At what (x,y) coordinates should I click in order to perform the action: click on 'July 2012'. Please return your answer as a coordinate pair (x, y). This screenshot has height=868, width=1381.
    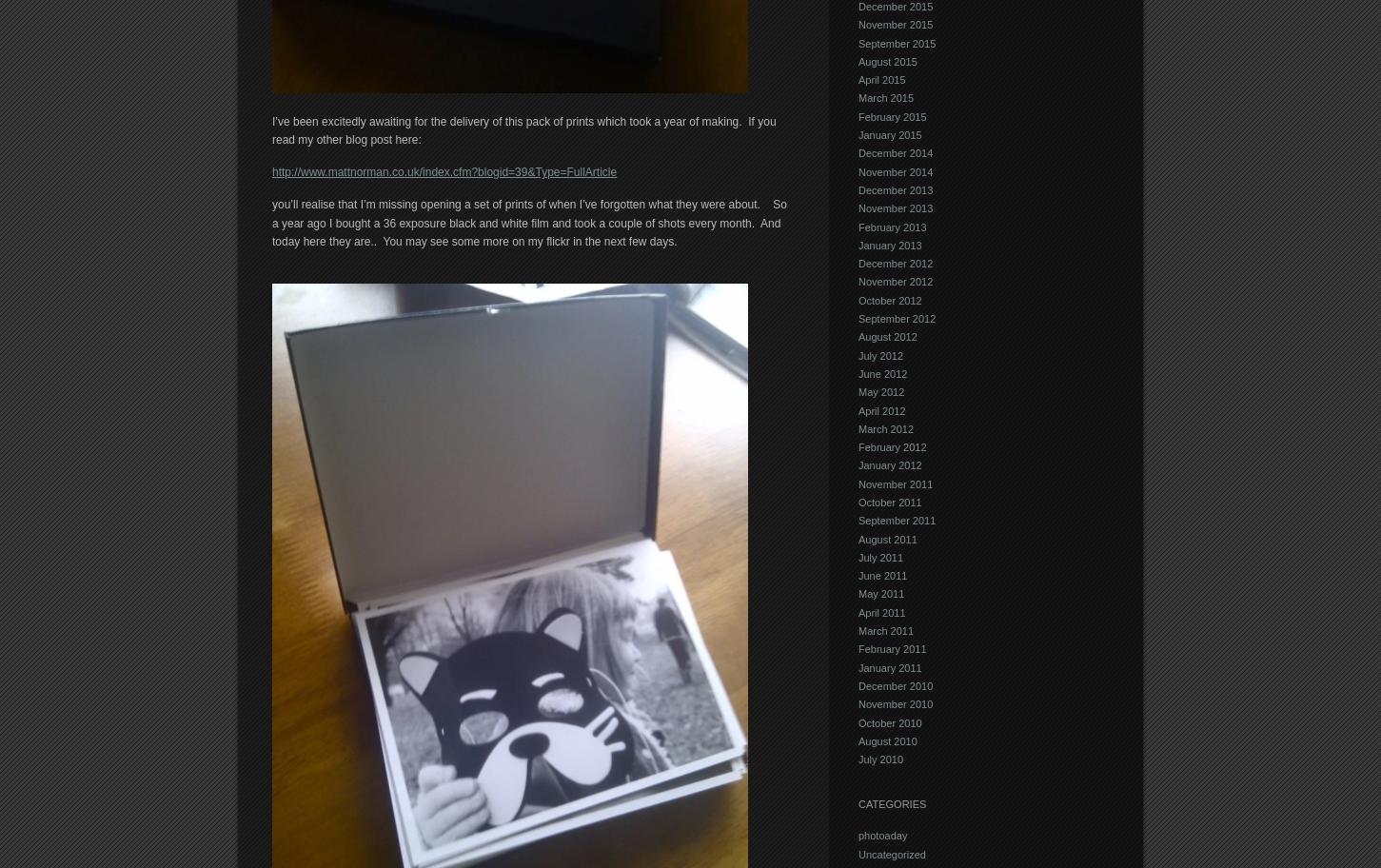
    Looking at the image, I should click on (880, 354).